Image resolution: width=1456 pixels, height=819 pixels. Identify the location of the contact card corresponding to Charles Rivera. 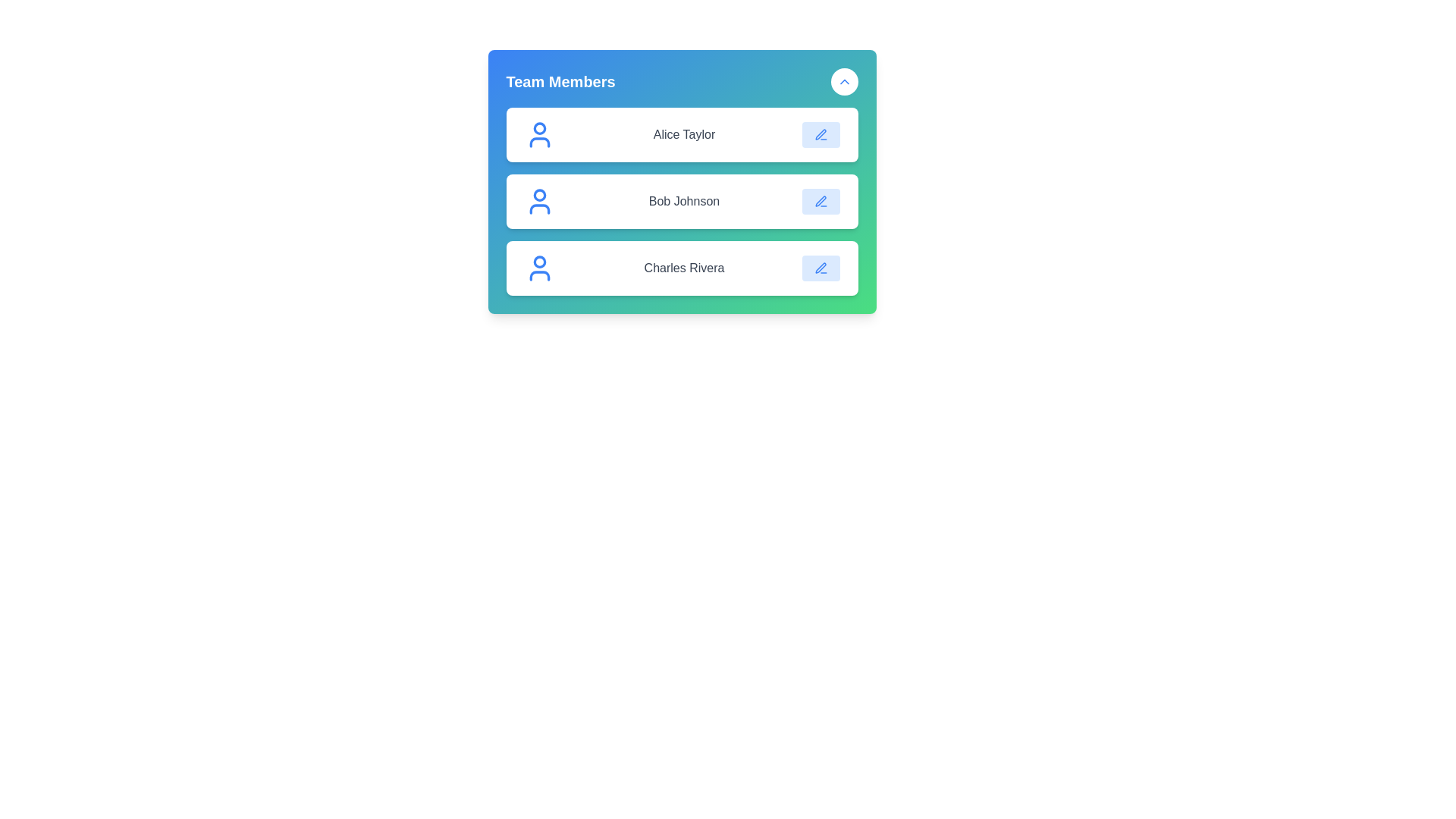
(681, 268).